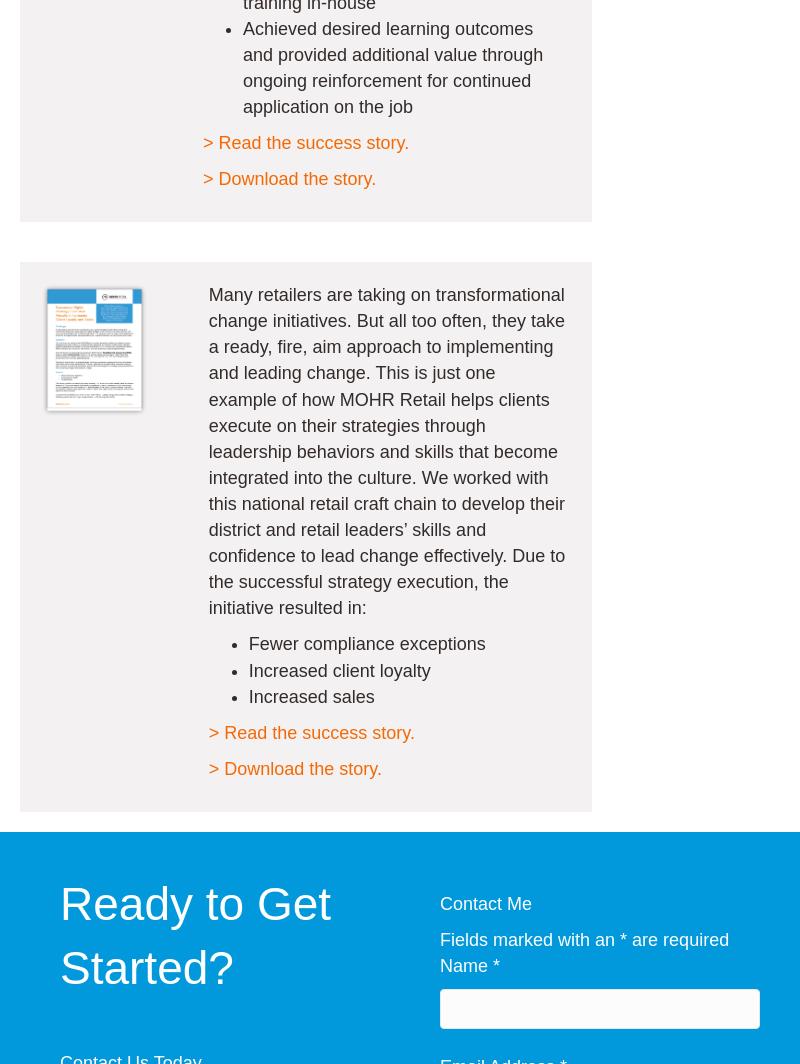  I want to click on 'Contact Me', so click(486, 903).